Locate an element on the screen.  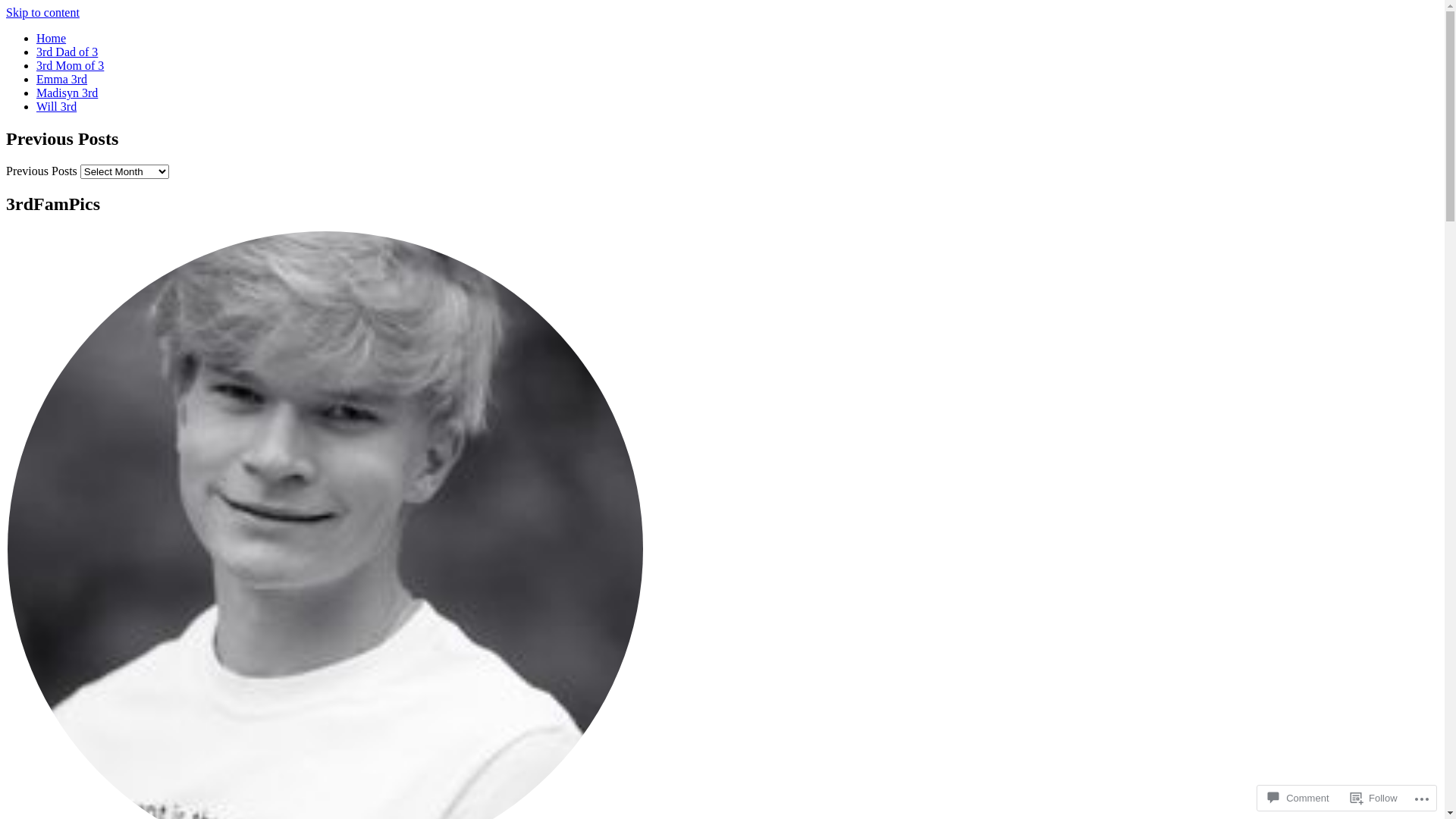
'Skip to content' is located at coordinates (42, 12).